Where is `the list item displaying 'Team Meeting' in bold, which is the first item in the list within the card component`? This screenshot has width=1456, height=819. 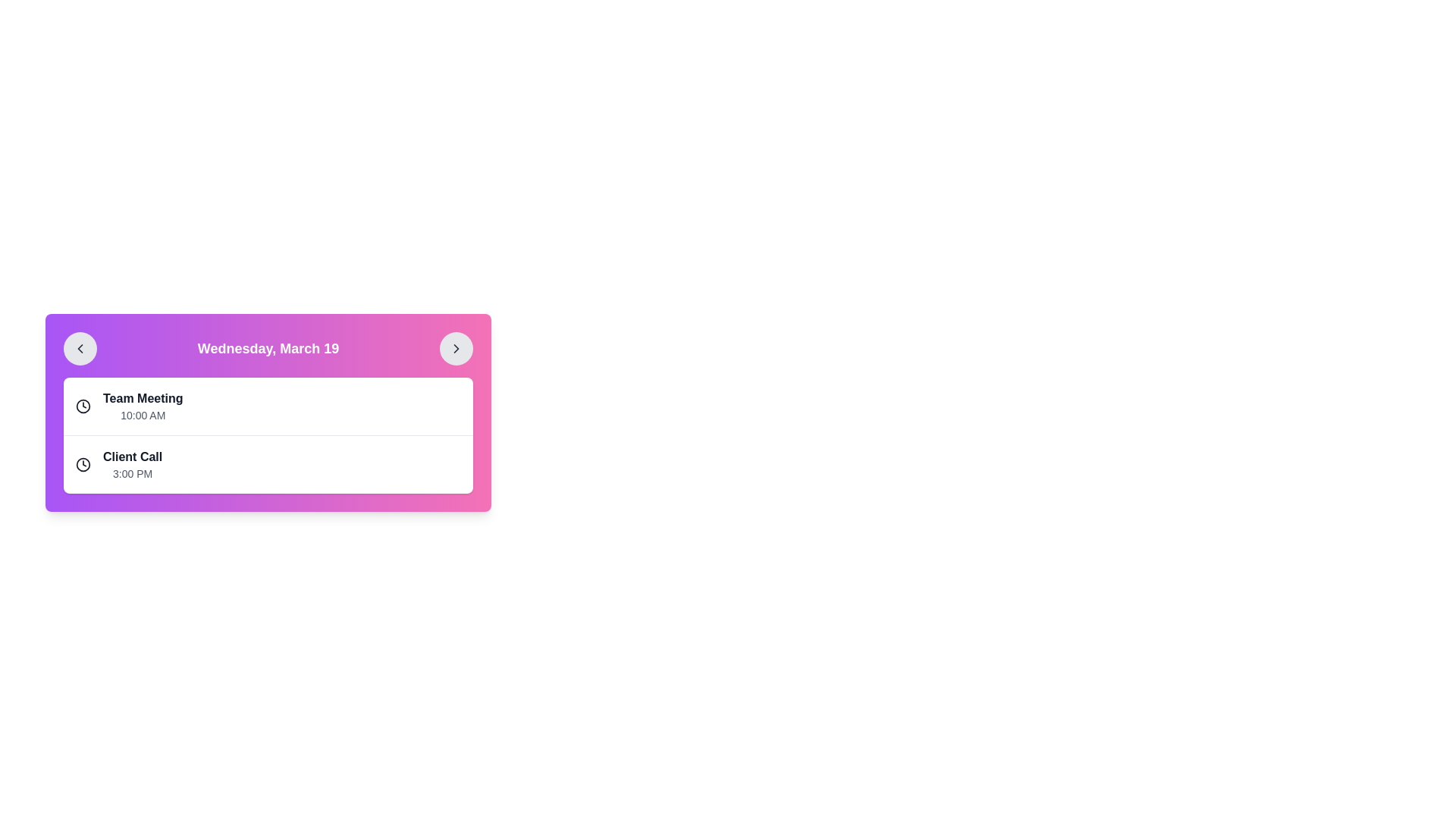
the list item displaying 'Team Meeting' in bold, which is the first item in the list within the card component is located at coordinates (143, 406).